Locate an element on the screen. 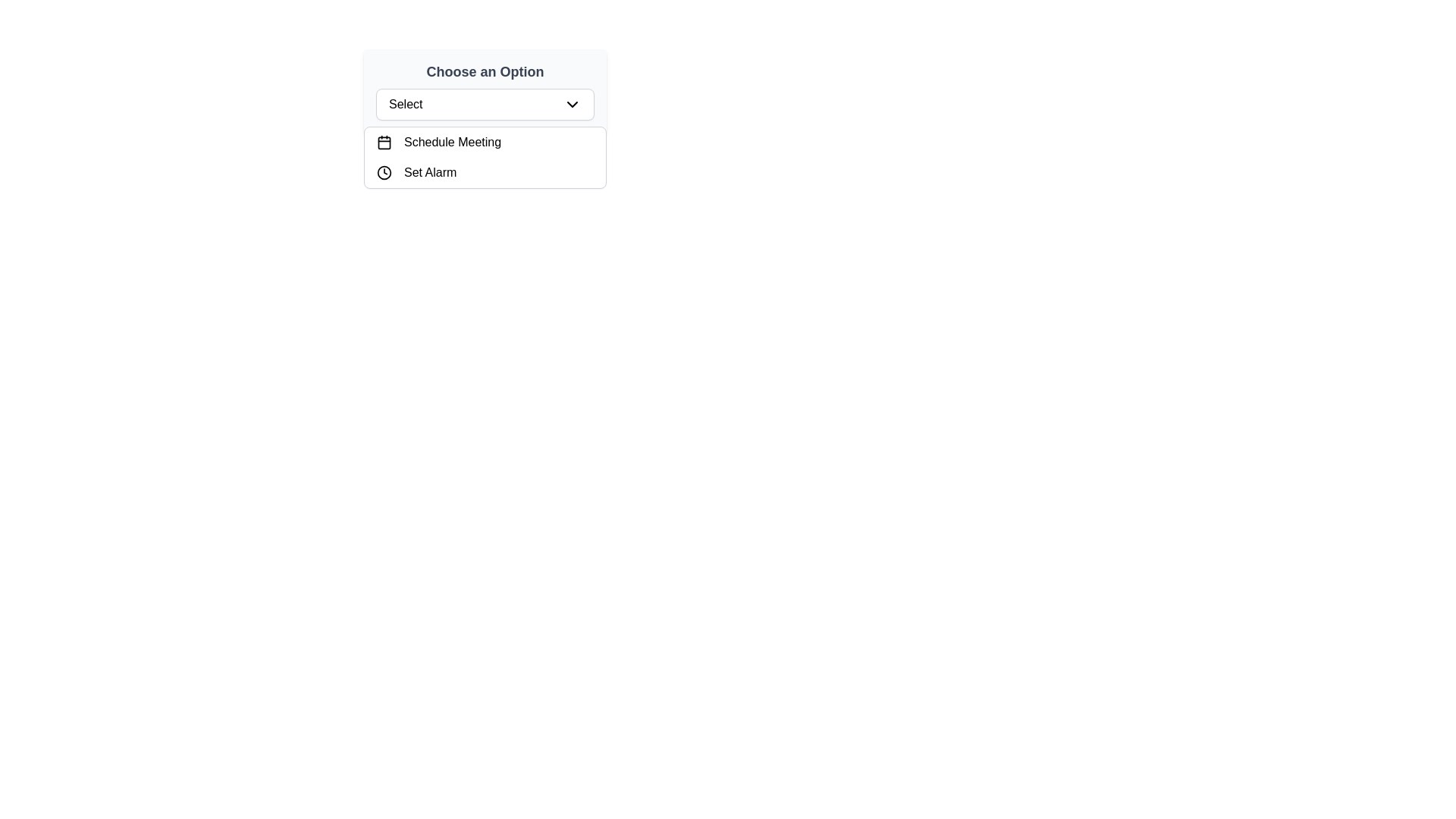  the rectangular vector shape that is part of the calendar icon in the 'Schedule Meeting' menu option is located at coordinates (384, 143).